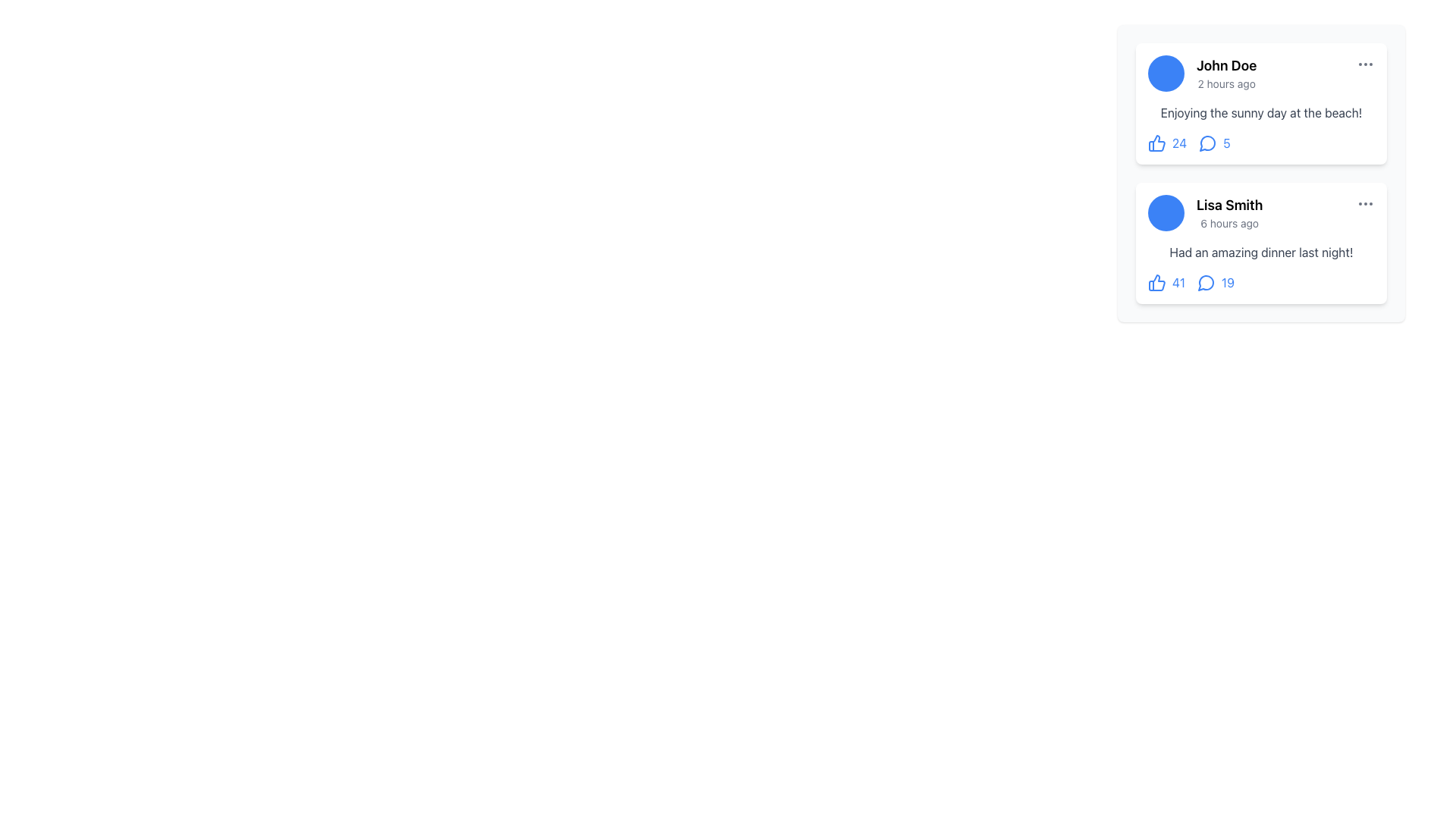 Image resolution: width=1456 pixels, height=819 pixels. What do you see at coordinates (1261, 112) in the screenshot?
I see `the text snippet that reads 'Enjoying the sunny day at the beach!' displayed in gray below the username 'John Doe' and the timestamp '2 hours ago' within the user post card layout` at bounding box center [1261, 112].